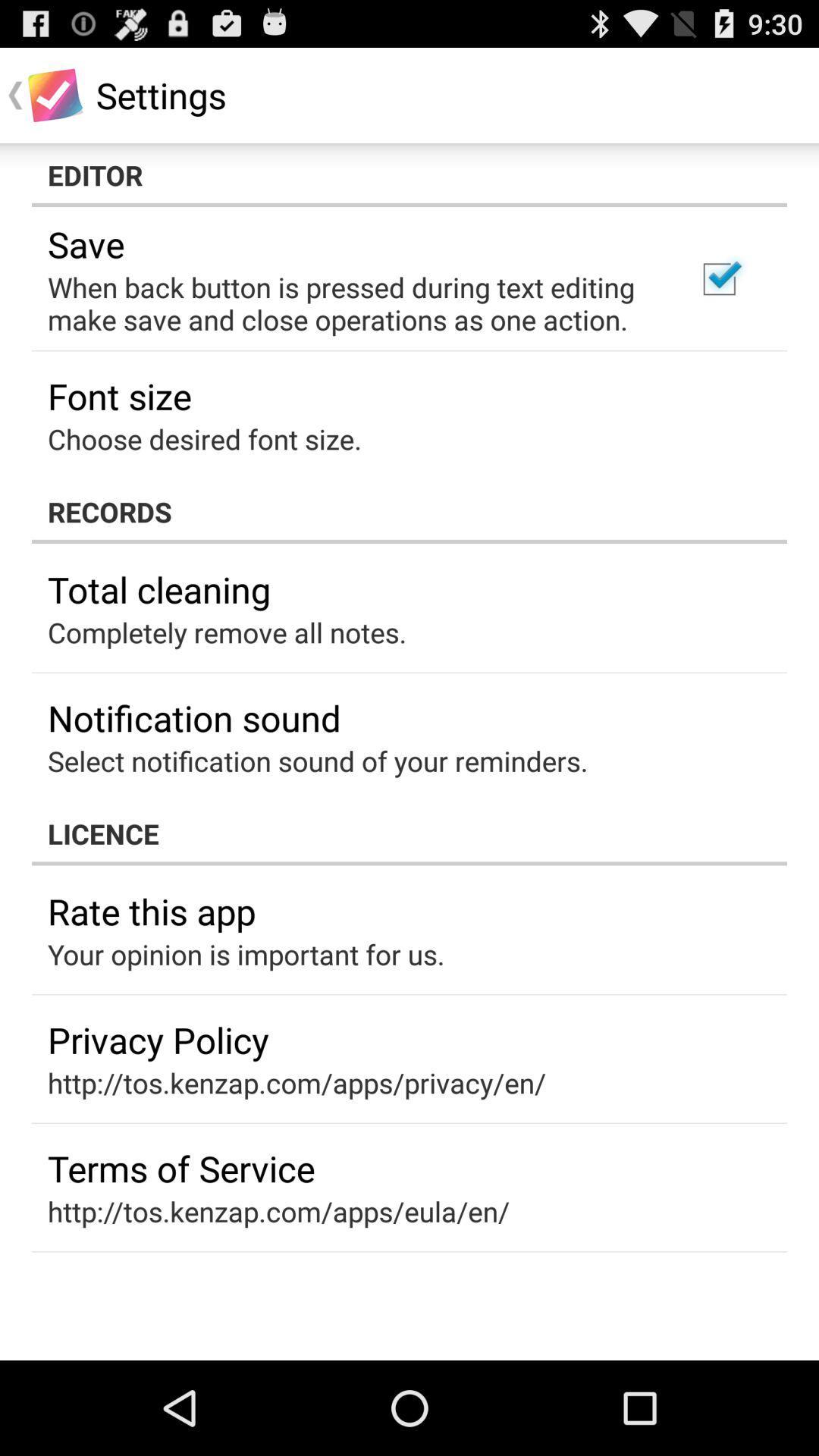  Describe the element at coordinates (180, 1167) in the screenshot. I see `item above http tos kenzap item` at that location.